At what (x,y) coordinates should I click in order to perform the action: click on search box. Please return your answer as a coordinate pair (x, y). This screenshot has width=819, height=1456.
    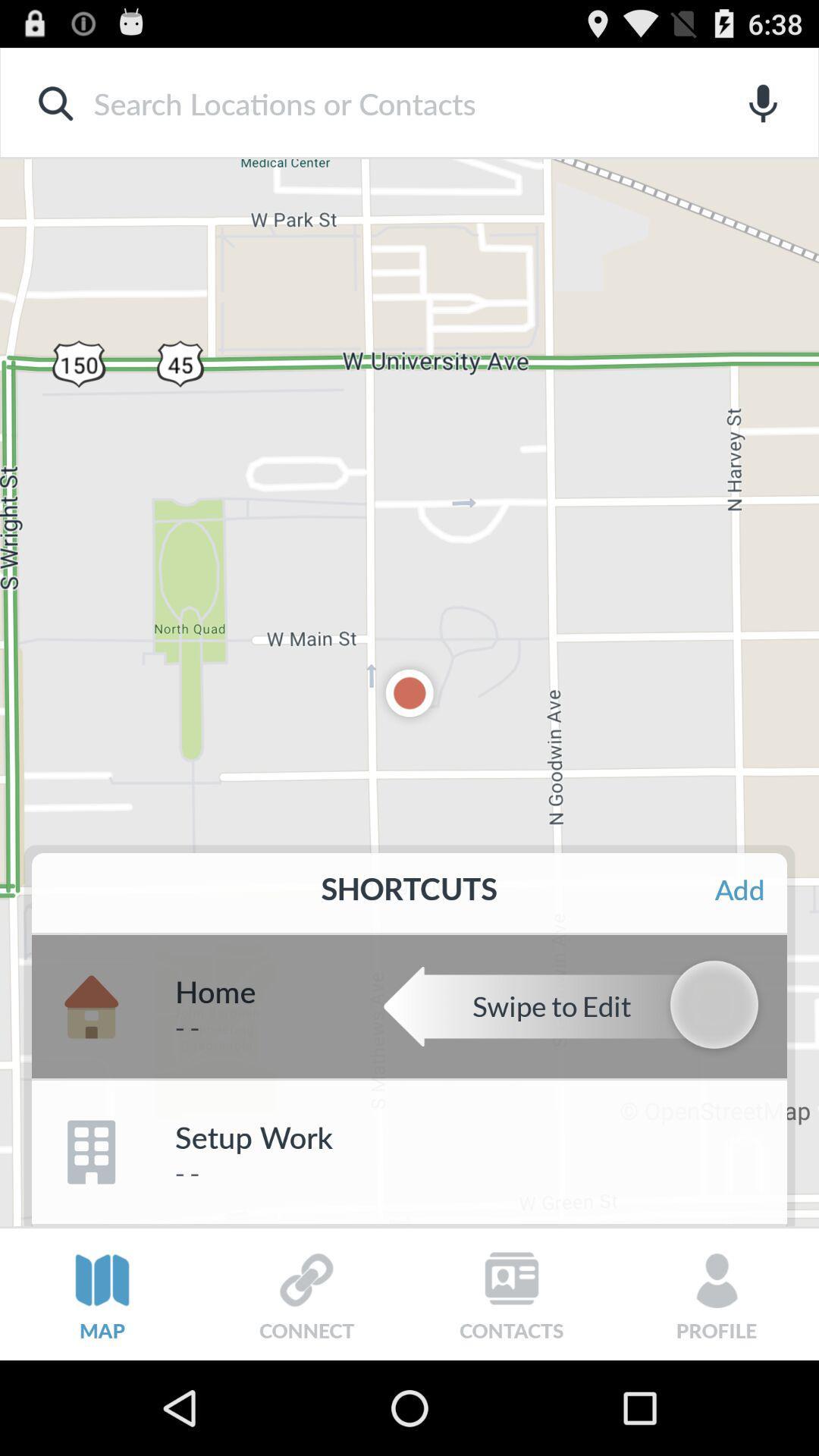
    Looking at the image, I should click on (384, 102).